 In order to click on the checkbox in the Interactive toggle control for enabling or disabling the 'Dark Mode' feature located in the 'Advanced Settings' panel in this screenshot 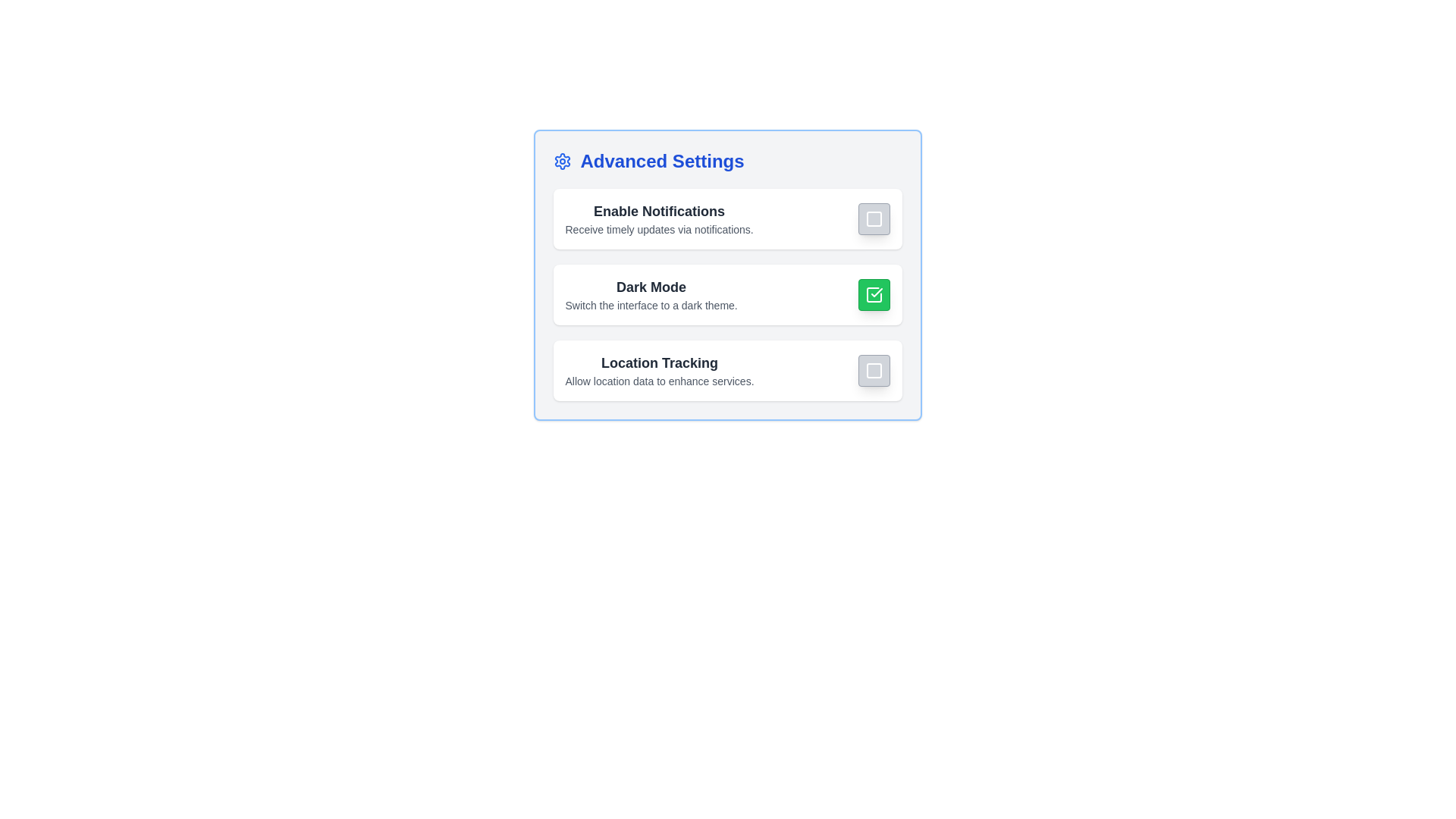, I will do `click(726, 275)`.